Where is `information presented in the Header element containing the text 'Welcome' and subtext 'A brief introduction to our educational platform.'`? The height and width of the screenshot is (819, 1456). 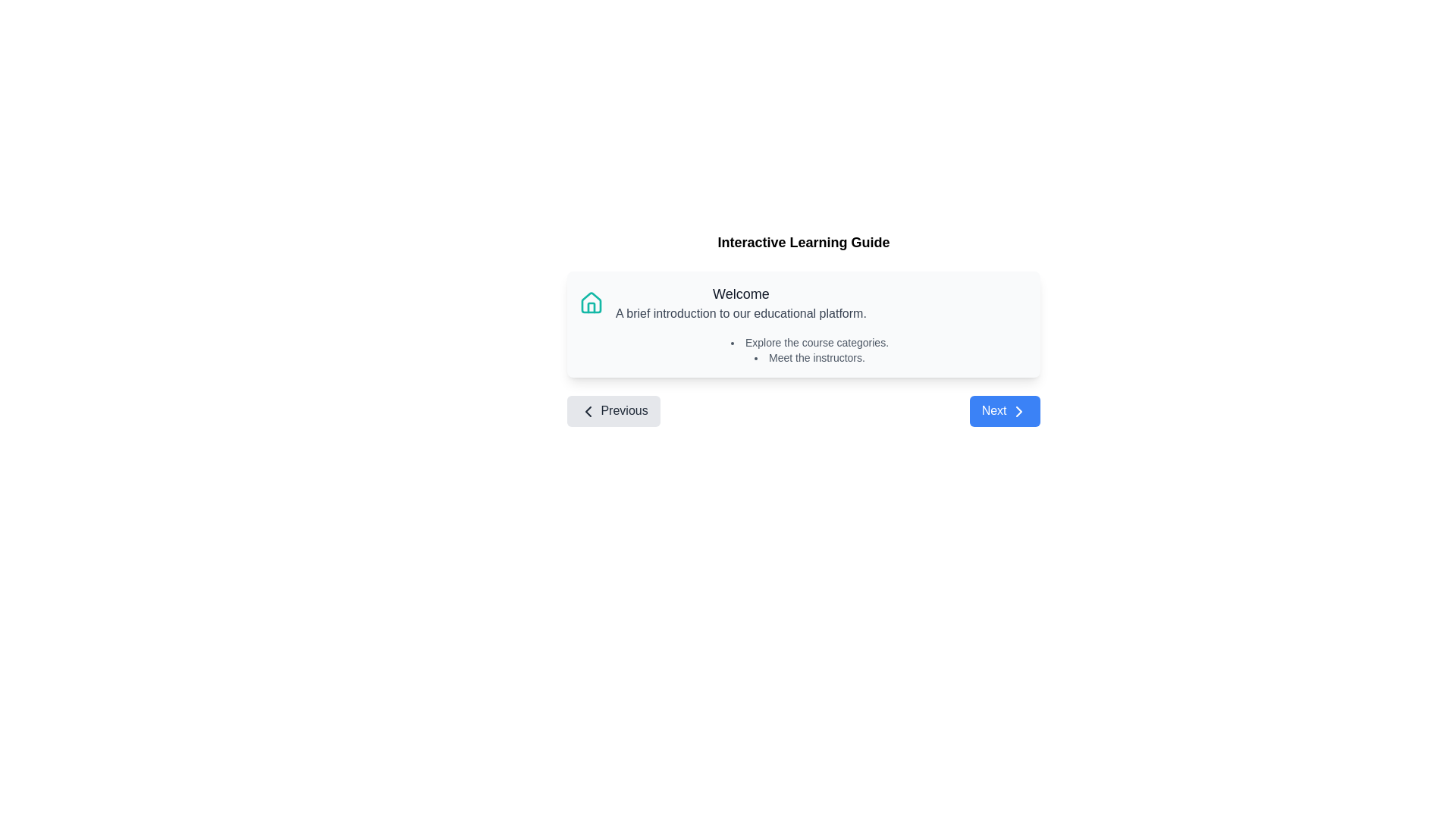
information presented in the Header element containing the text 'Welcome' and subtext 'A brief introduction to our educational platform.' is located at coordinates (803, 303).